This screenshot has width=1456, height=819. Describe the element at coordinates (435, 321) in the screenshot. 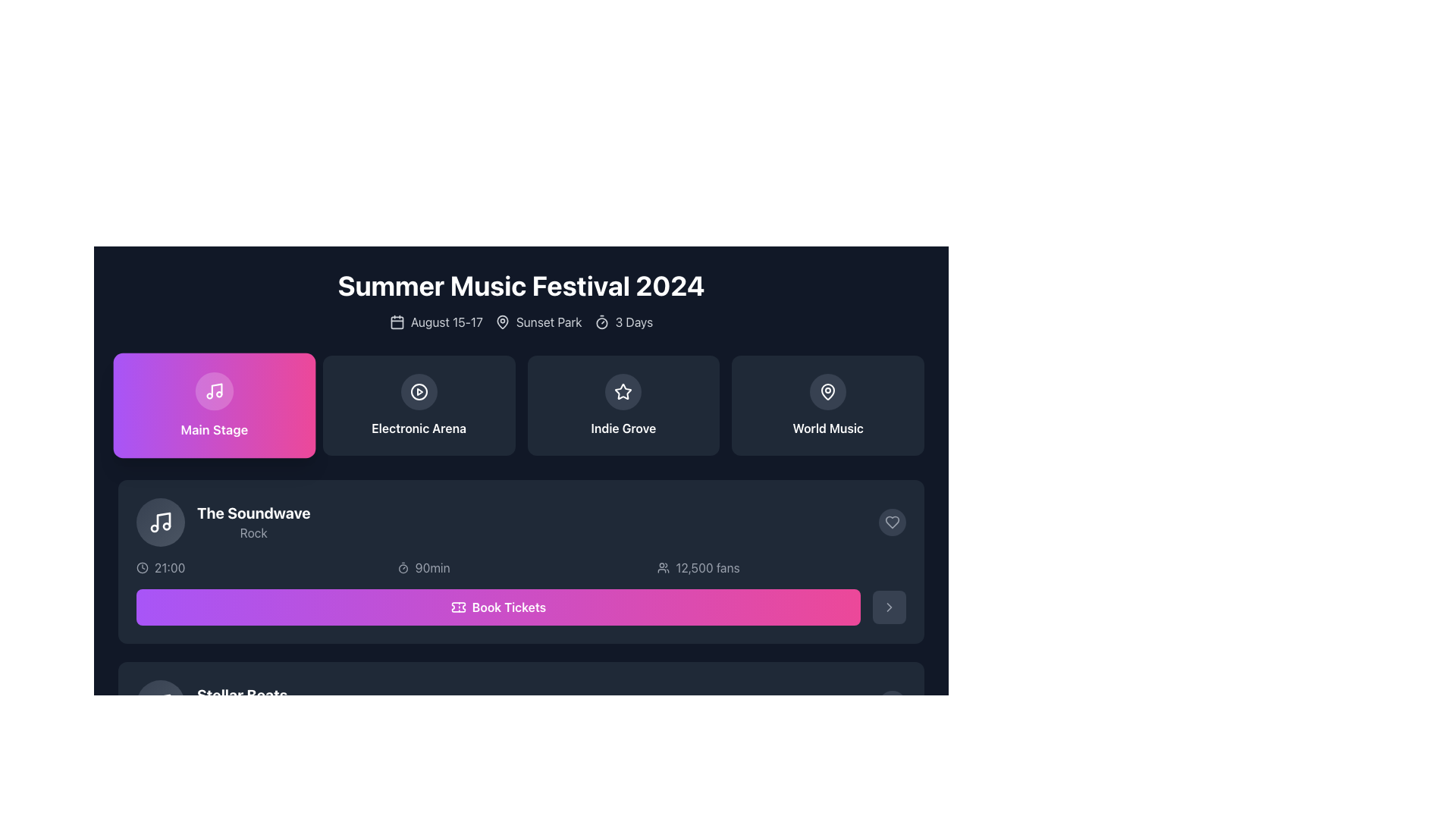

I see `the text element displaying the event date 'August 15-17' with the adjacent calendar icon` at that location.